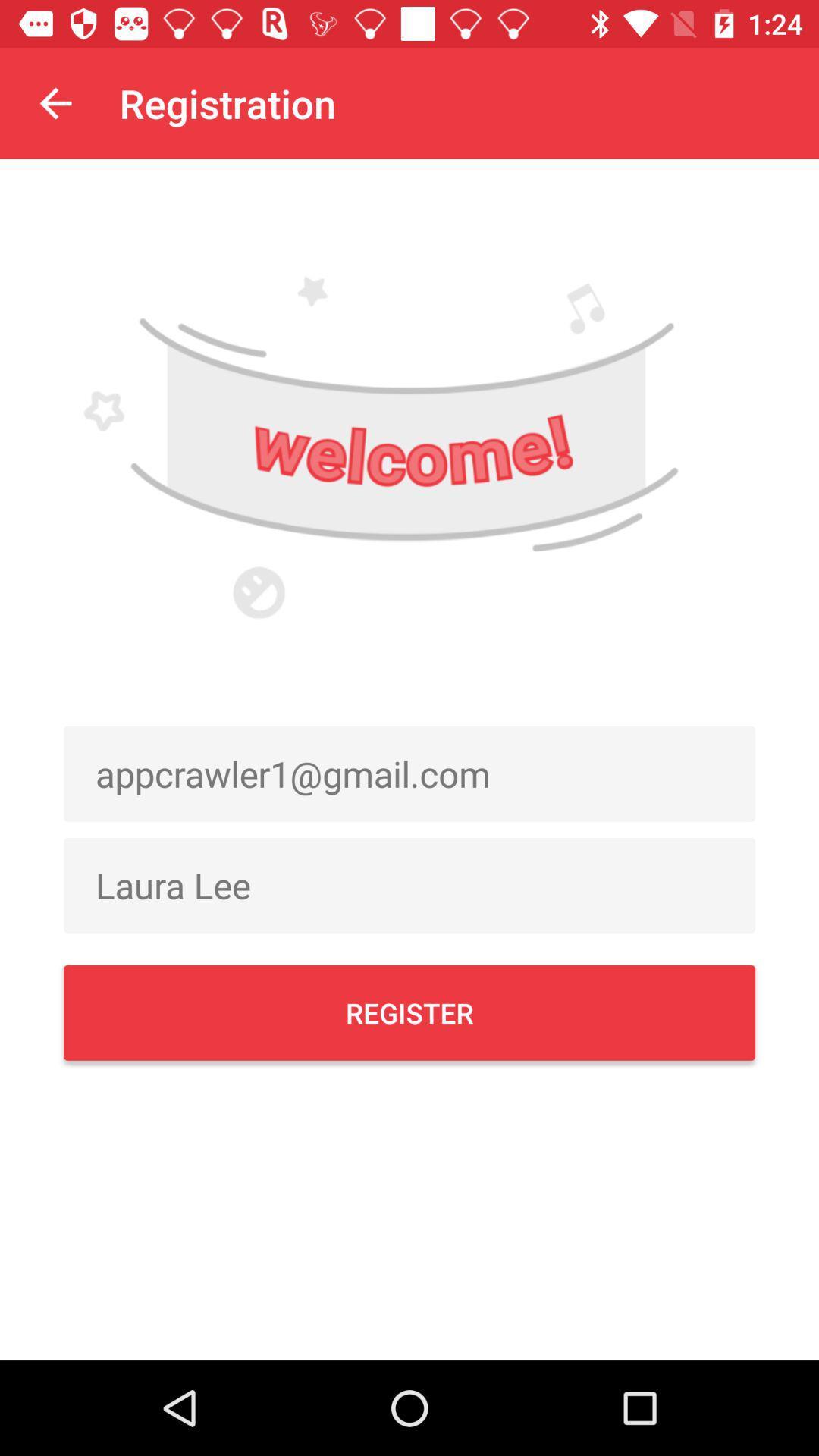  What do you see at coordinates (409, 773) in the screenshot?
I see `appcrawler1@gmail.com` at bounding box center [409, 773].